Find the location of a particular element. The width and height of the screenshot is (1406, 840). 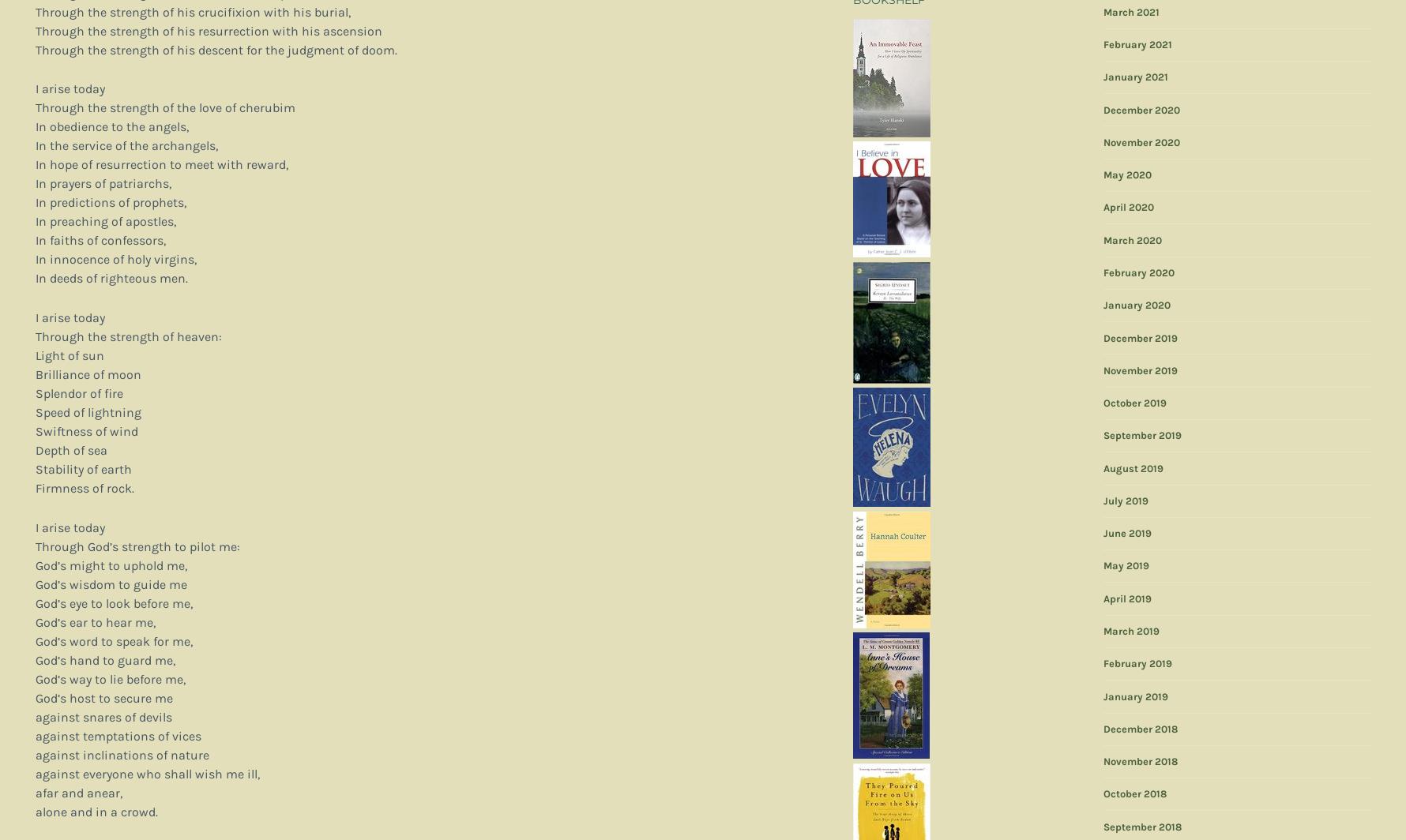

'November 2020' is located at coordinates (1141, 141).